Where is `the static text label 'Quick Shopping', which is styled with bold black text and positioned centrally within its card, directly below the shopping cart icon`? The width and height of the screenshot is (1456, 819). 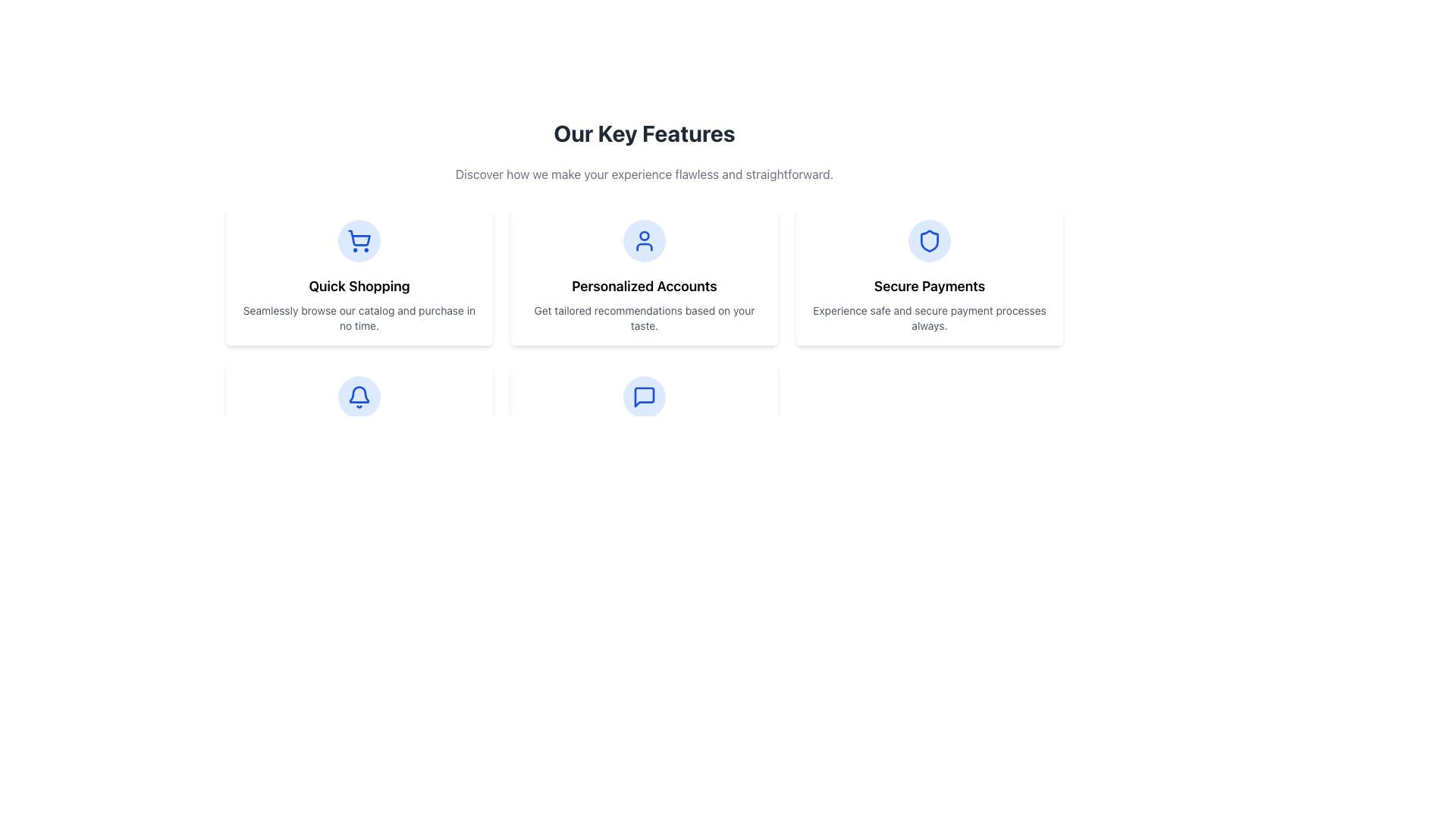 the static text label 'Quick Shopping', which is styled with bold black text and positioned centrally within its card, directly below the shopping cart icon is located at coordinates (359, 287).